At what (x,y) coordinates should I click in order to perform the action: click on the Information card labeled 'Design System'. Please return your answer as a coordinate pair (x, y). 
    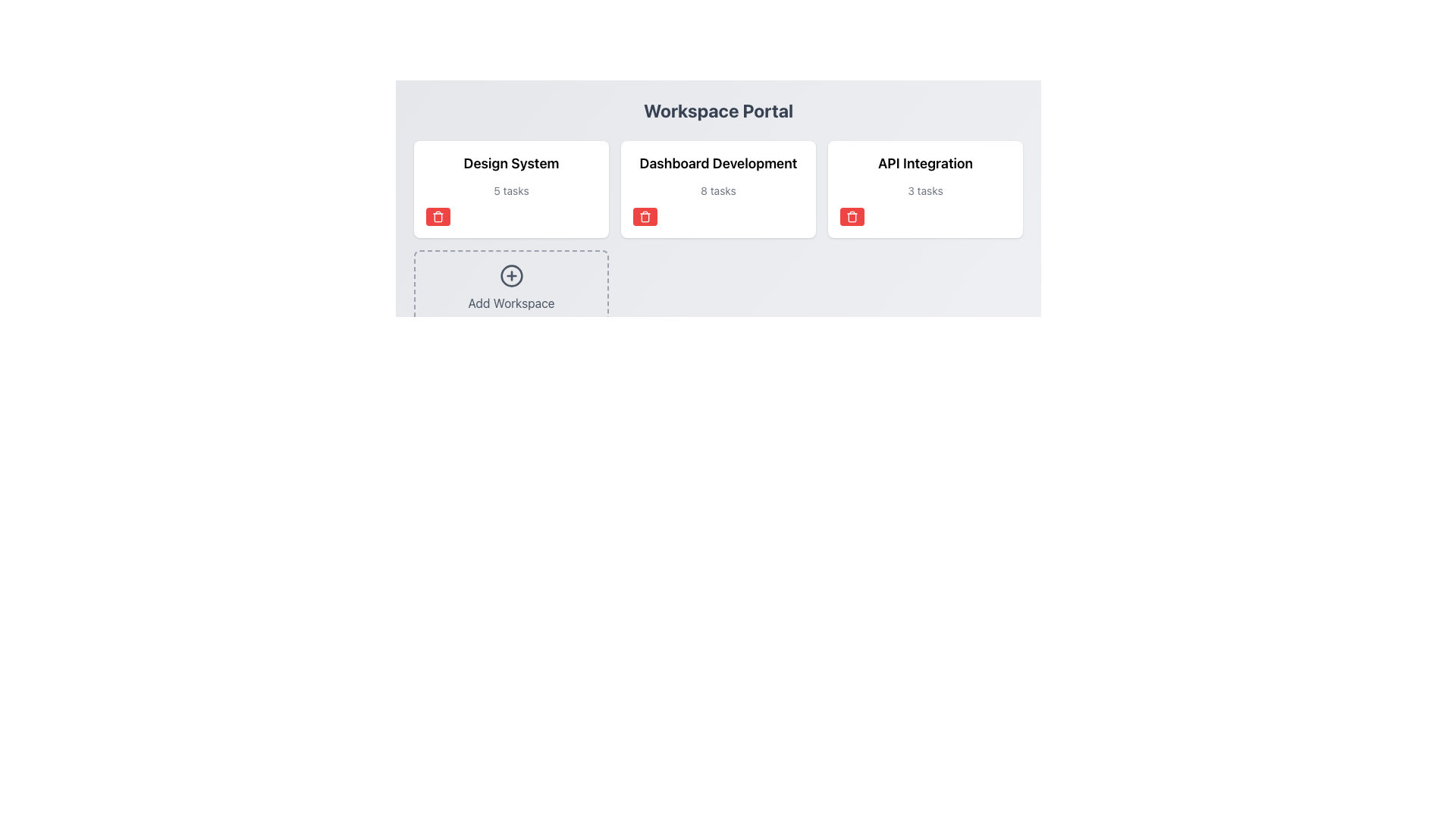
    Looking at the image, I should click on (511, 189).